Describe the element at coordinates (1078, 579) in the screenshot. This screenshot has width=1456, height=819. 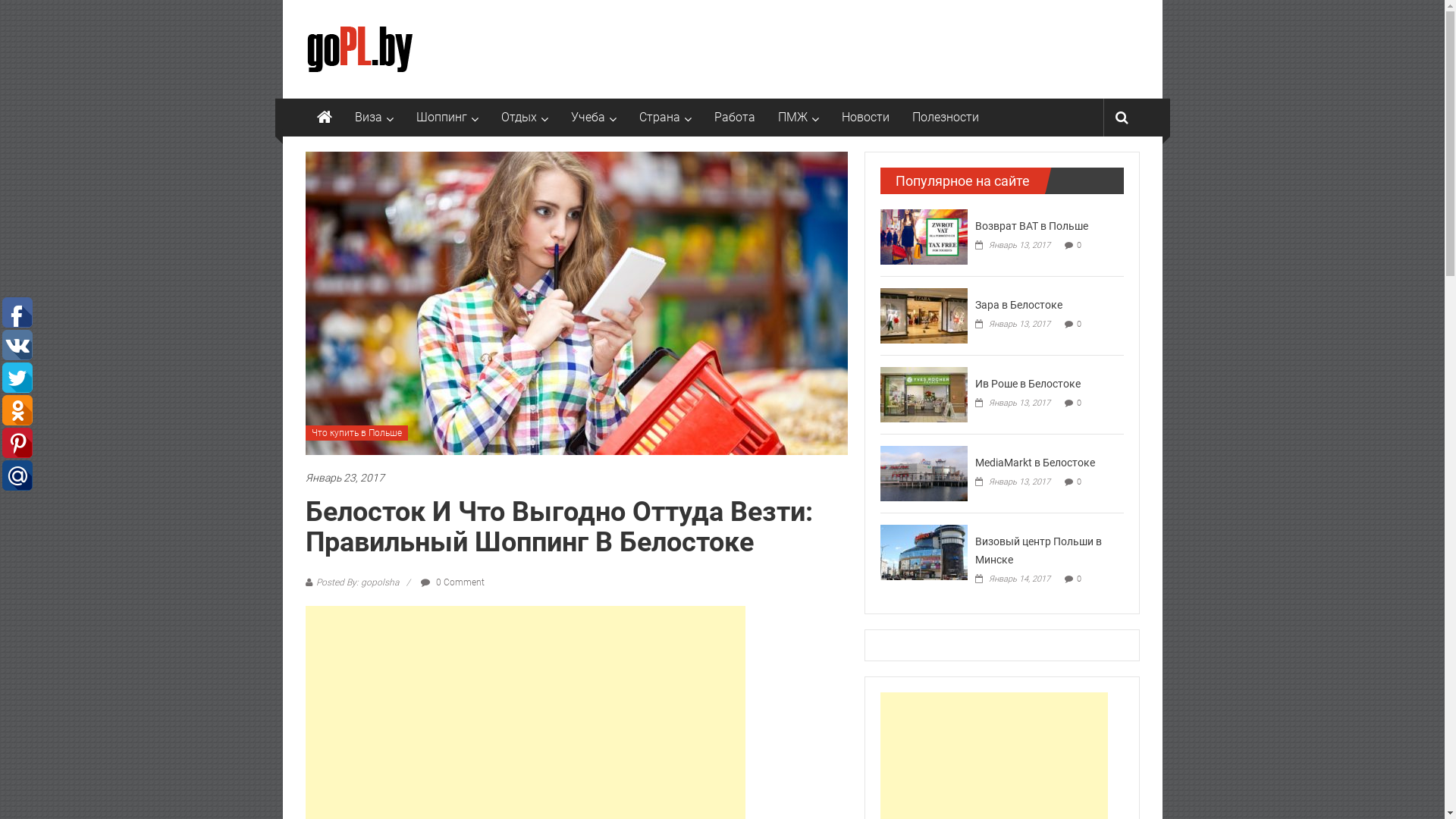
I see `'0'` at that location.